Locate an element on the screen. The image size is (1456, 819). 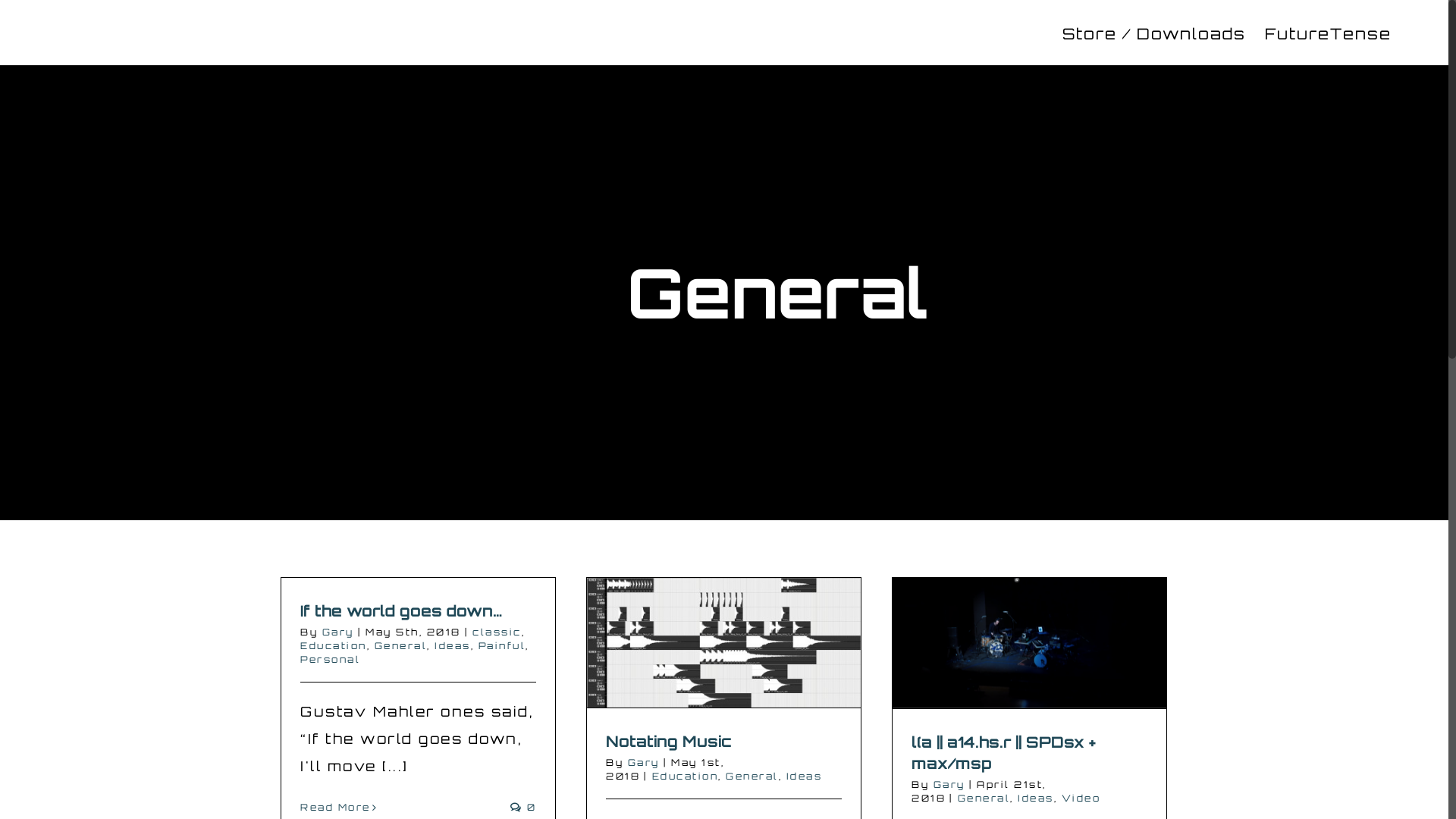
'Gary' is located at coordinates (948, 784).